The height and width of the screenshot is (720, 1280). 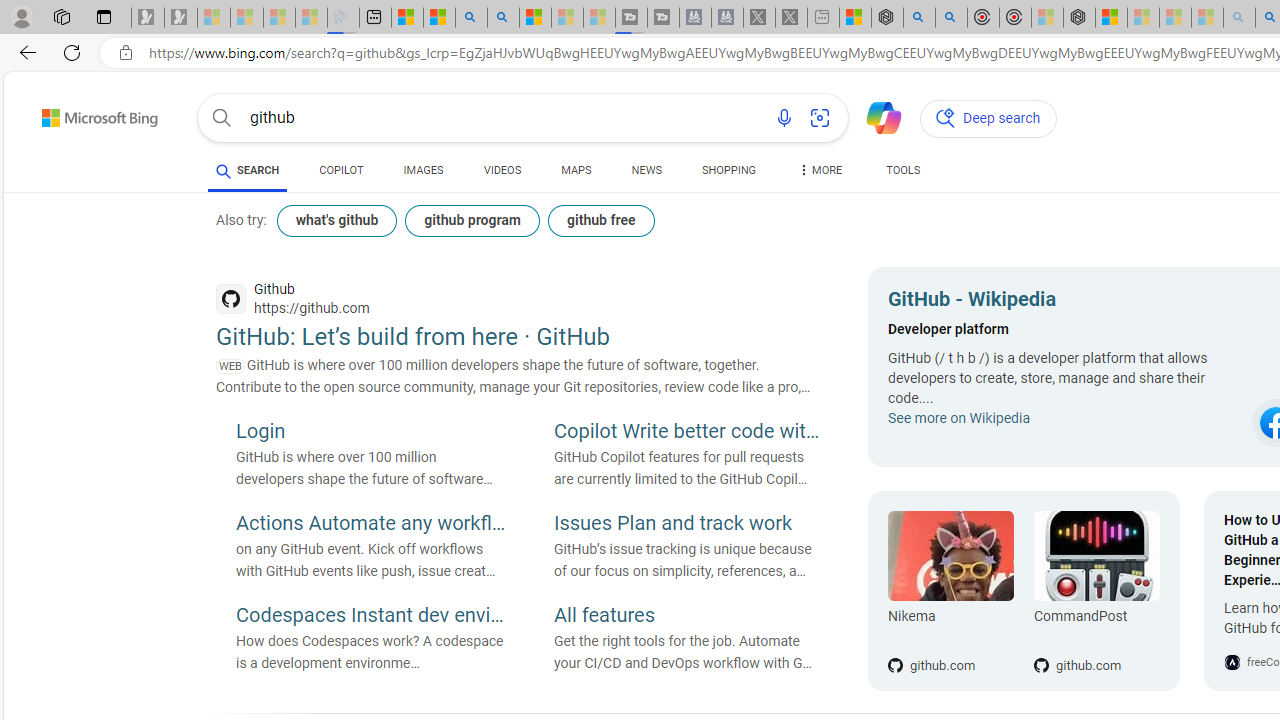 I want to click on 'CommandPost CommandPost github.com', so click(x=1085, y=590).